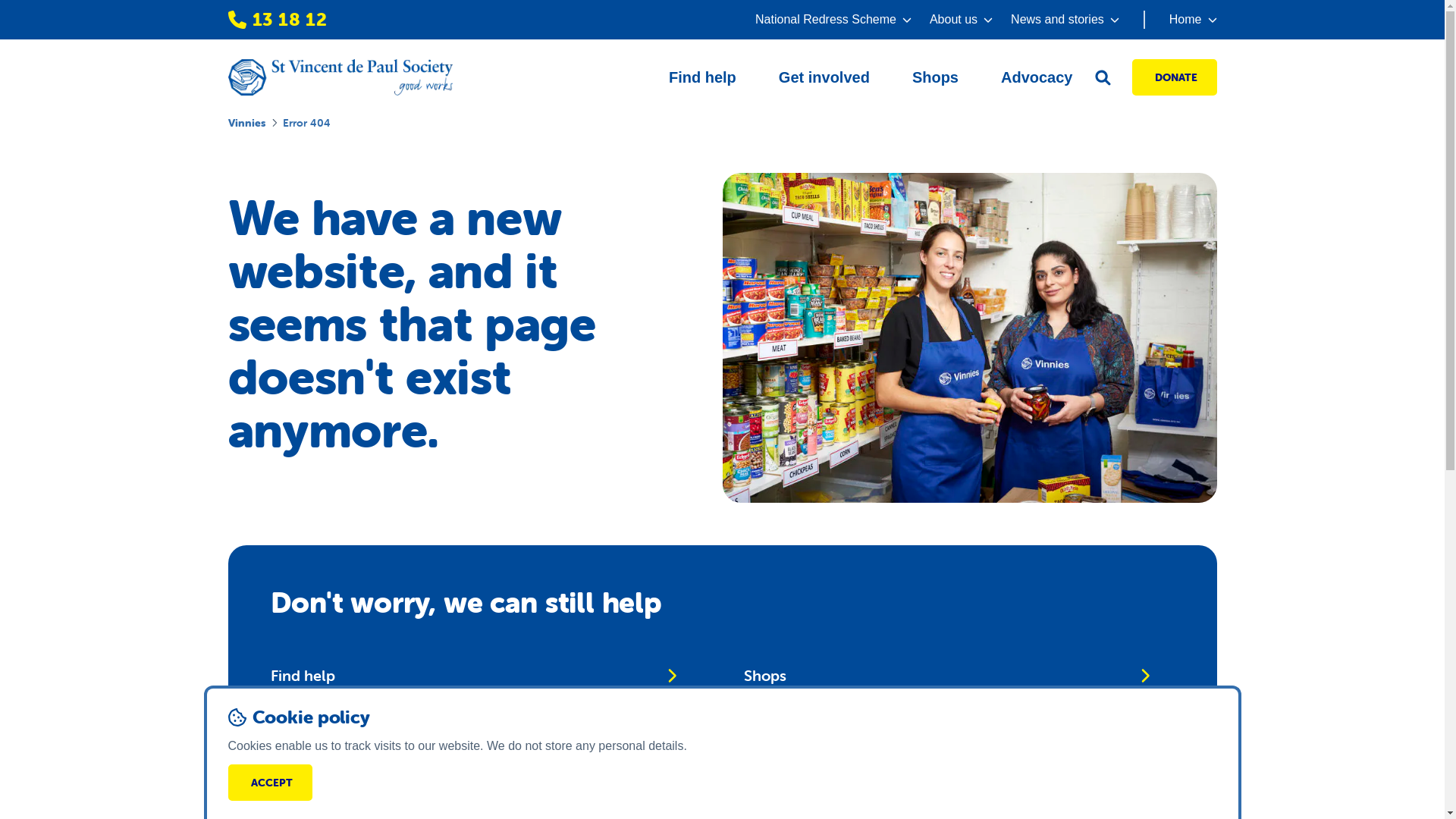  Describe the element at coordinates (269, 783) in the screenshot. I see `'ACCEPT'` at that location.